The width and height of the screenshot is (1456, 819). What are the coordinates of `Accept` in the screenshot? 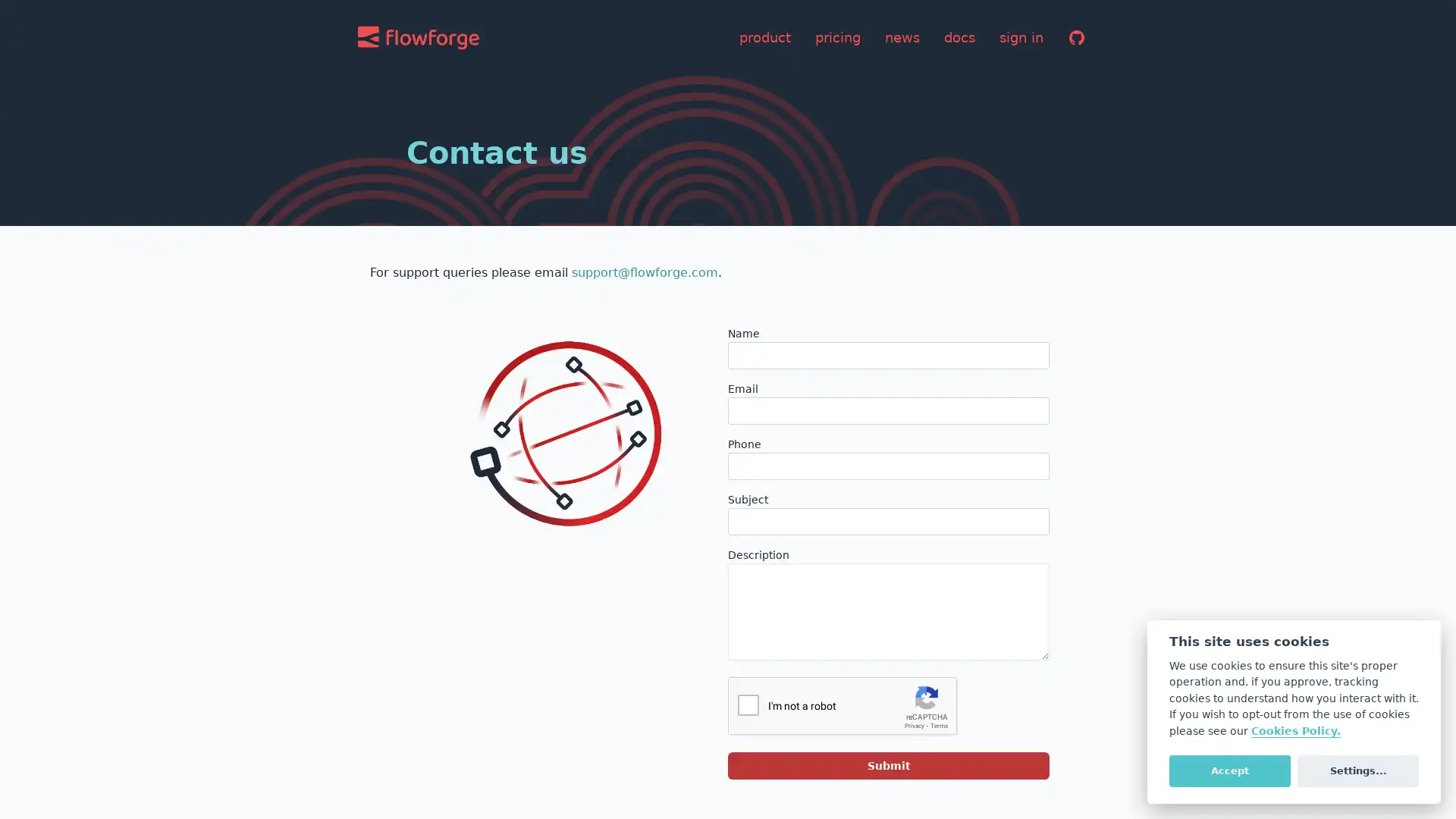 It's located at (1229, 770).